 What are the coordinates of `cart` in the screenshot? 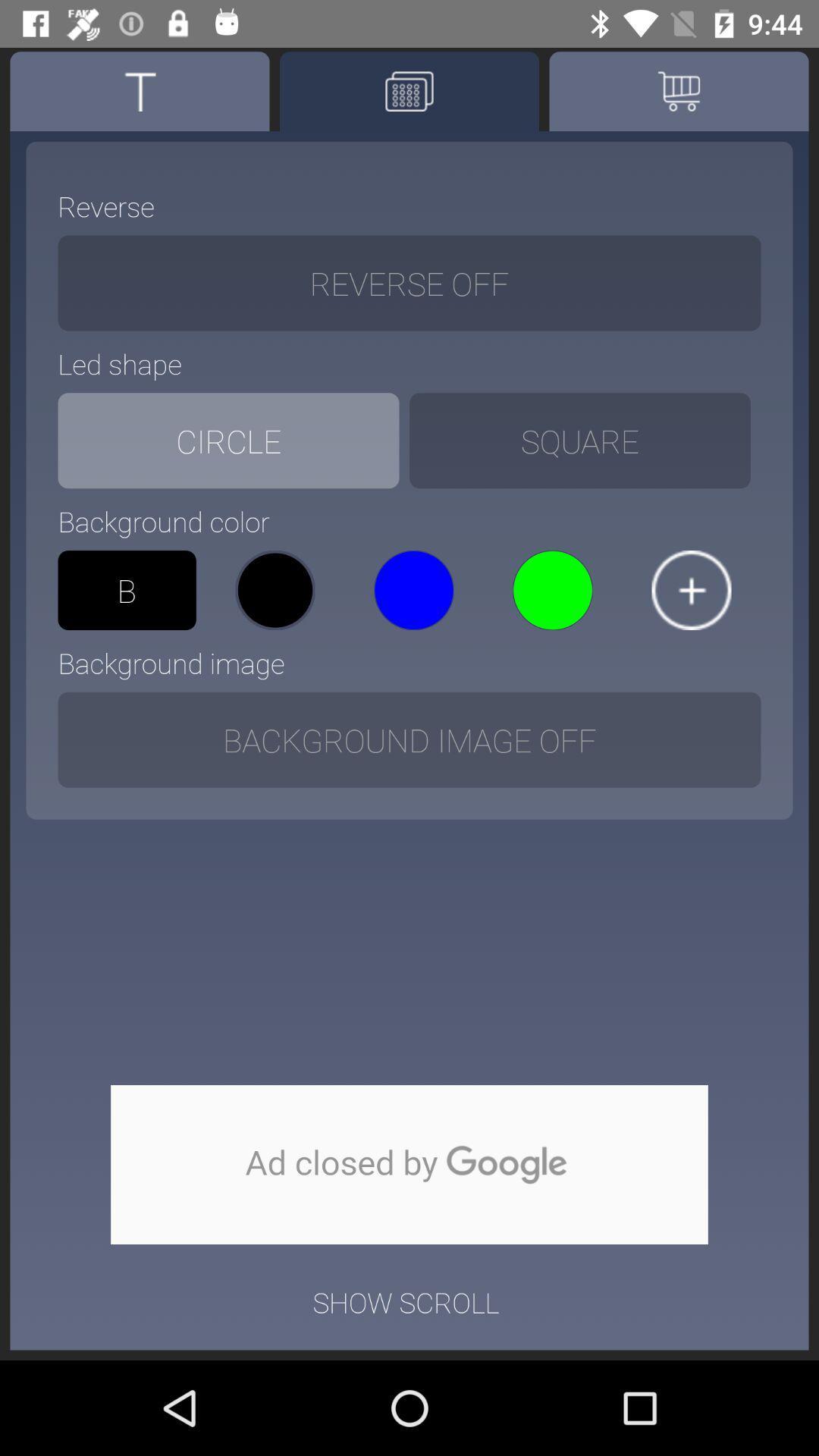 It's located at (678, 90).